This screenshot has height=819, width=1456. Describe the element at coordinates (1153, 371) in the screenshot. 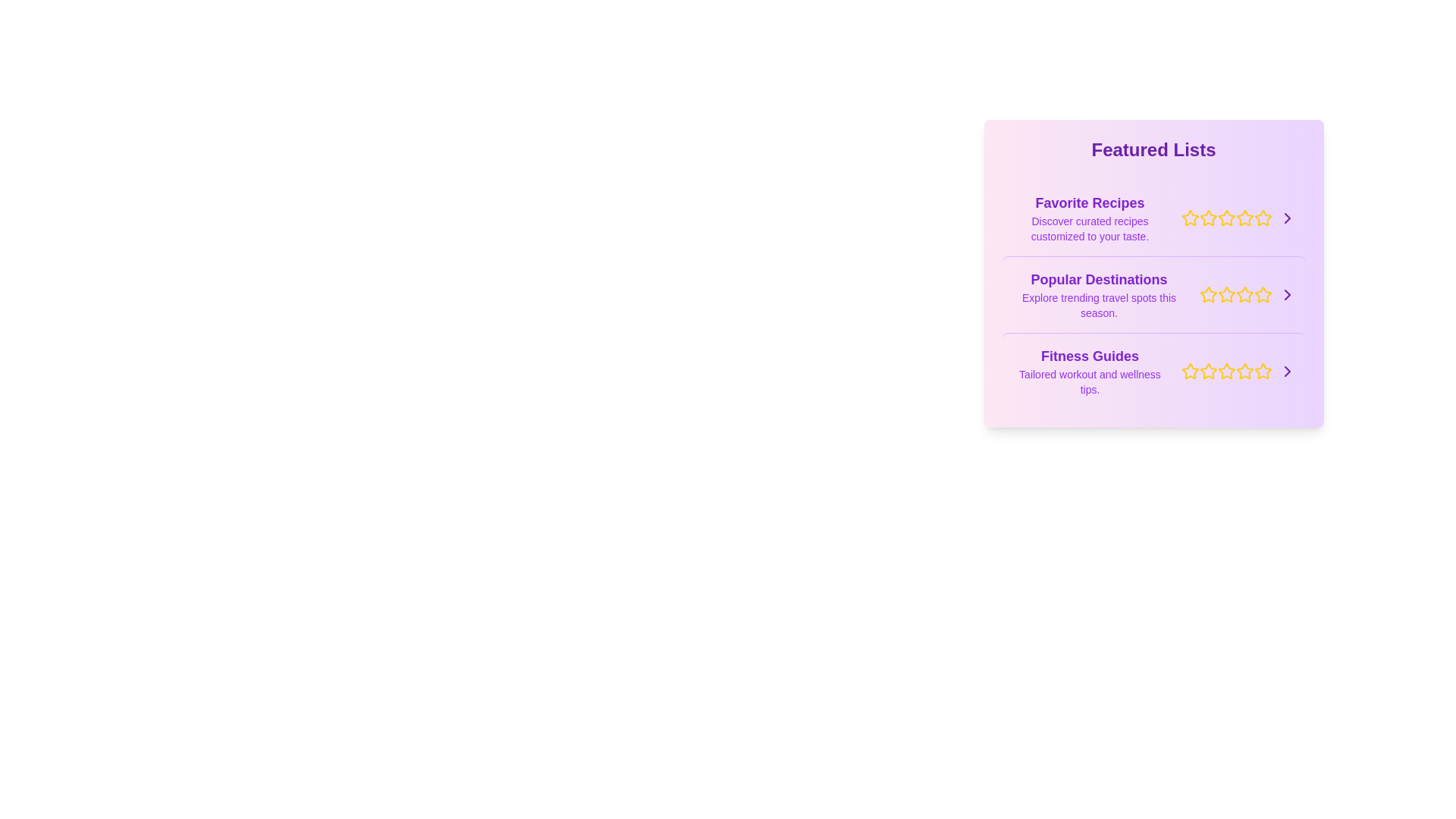

I see `the list item labeled 'Fitness Guides' to select it` at that location.